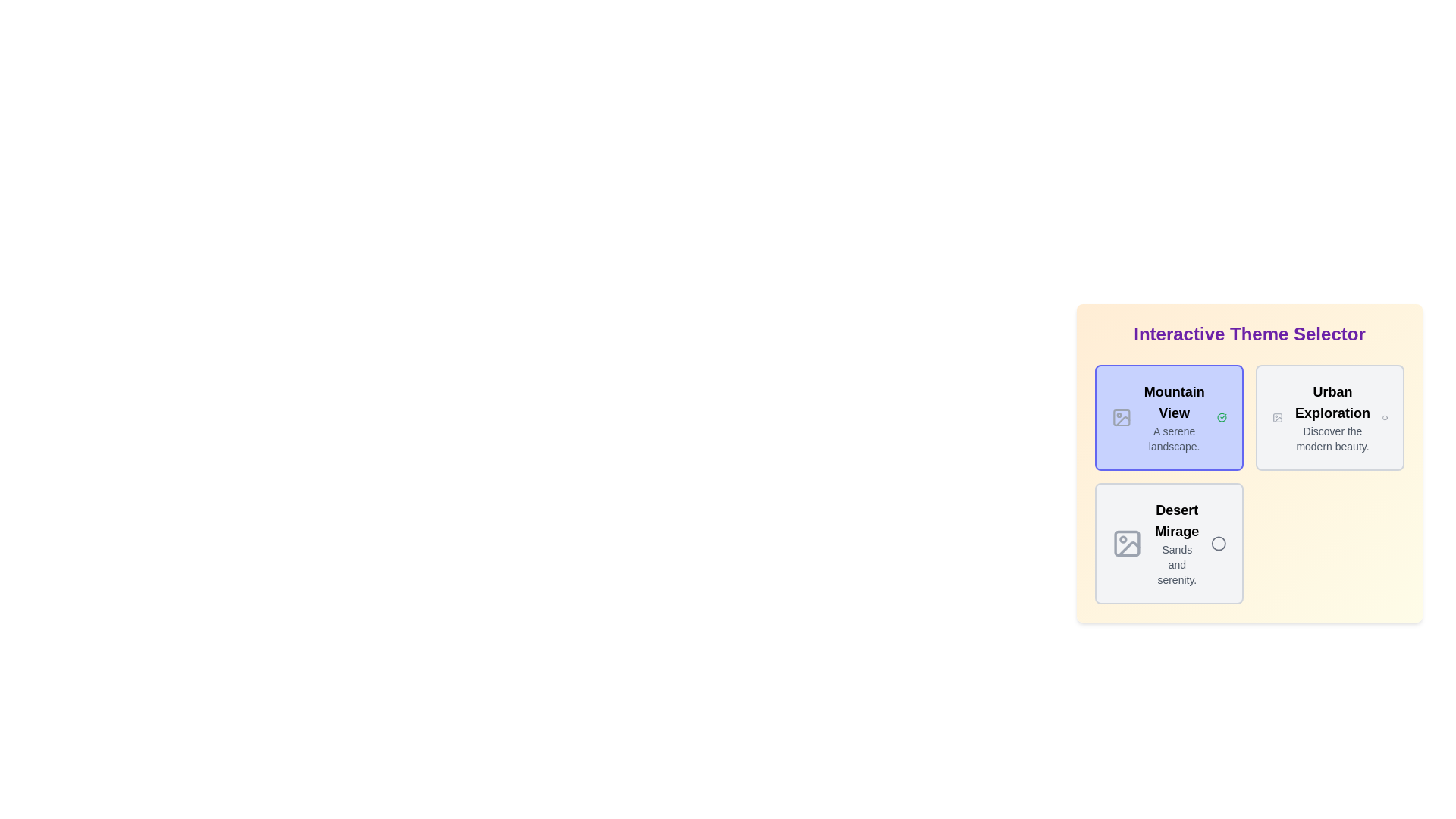 The image size is (1456, 819). What do you see at coordinates (1168, 543) in the screenshot?
I see `the chip corresponding to Desert Mirage` at bounding box center [1168, 543].